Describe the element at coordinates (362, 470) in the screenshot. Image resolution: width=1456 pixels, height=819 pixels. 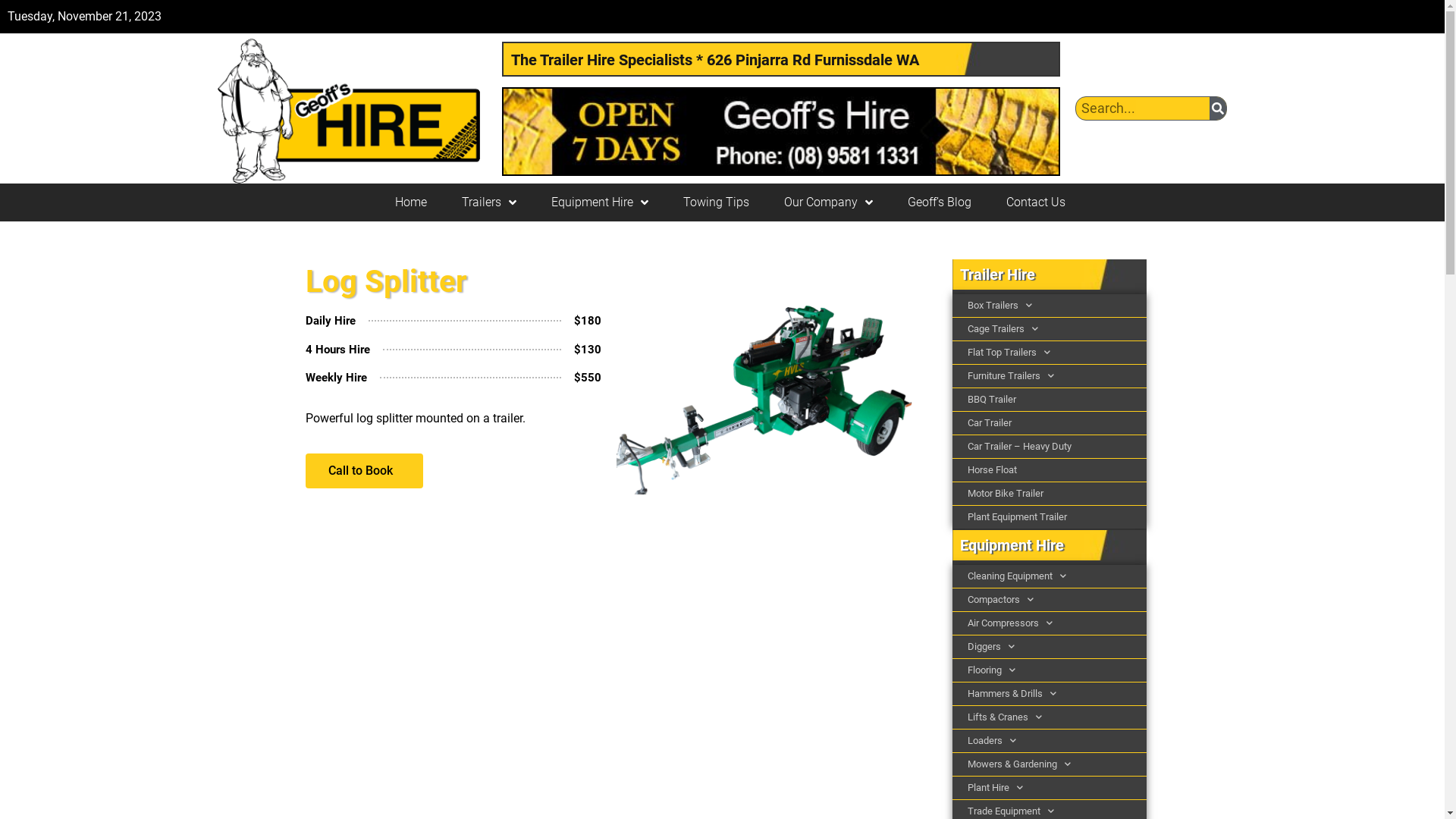
I see `'Call to Book'` at that location.